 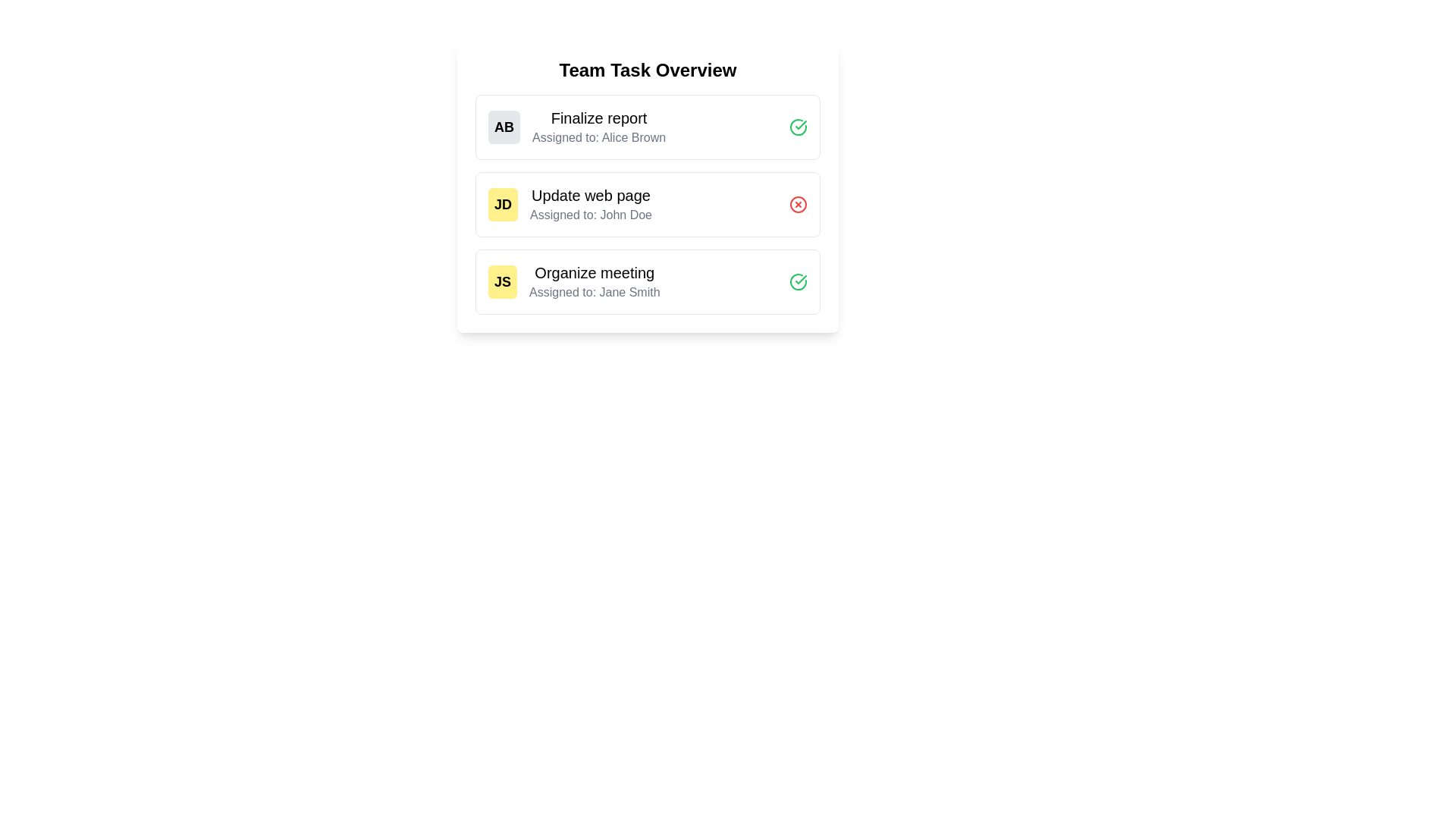 I want to click on the green checkmark icon within a circular badge located at the end of the 'Organize meeting' list item, which indicates completion, so click(x=800, y=124).